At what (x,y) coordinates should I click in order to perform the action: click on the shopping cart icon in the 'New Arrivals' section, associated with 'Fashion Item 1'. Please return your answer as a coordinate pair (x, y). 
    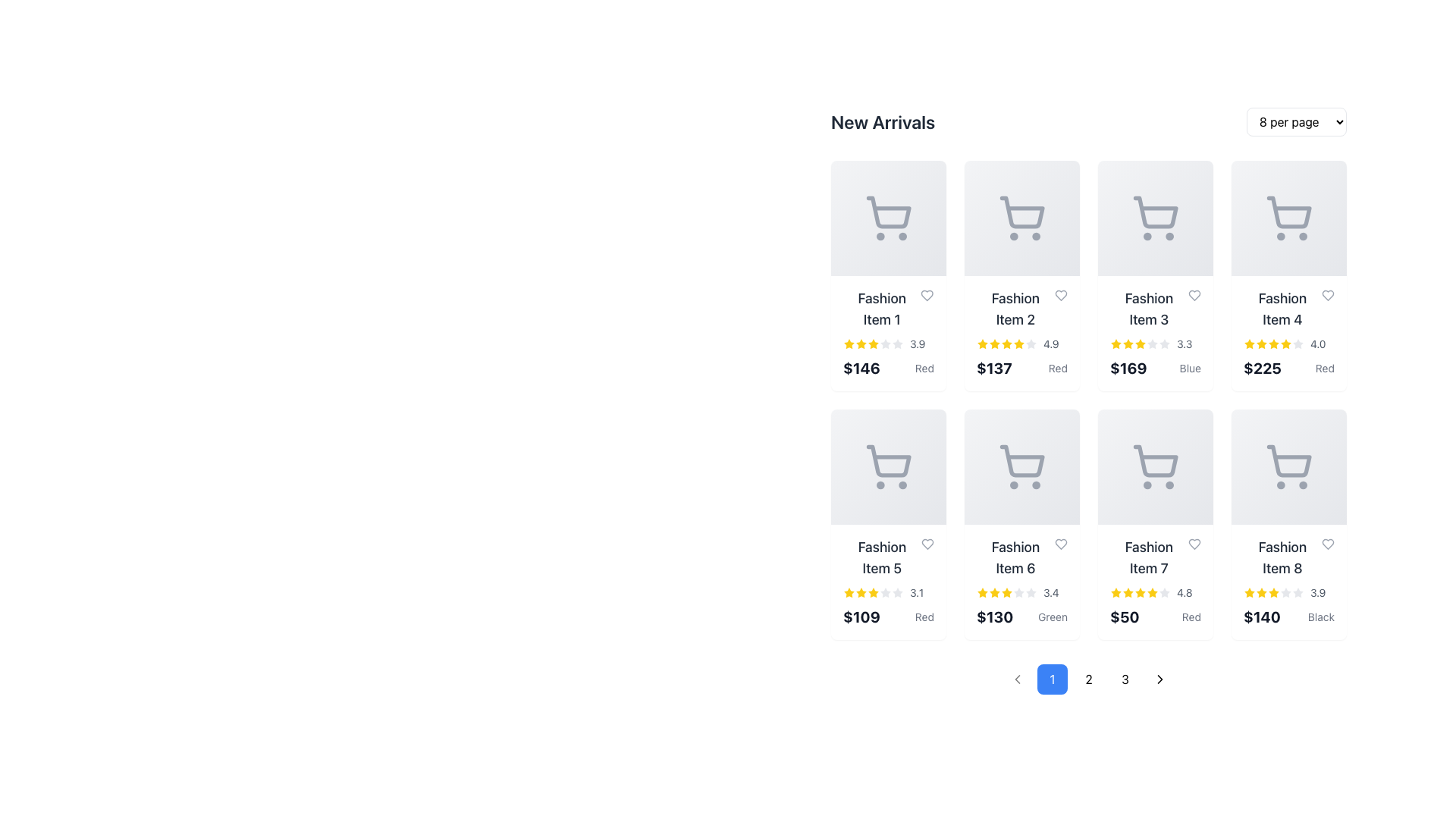
    Looking at the image, I should click on (889, 212).